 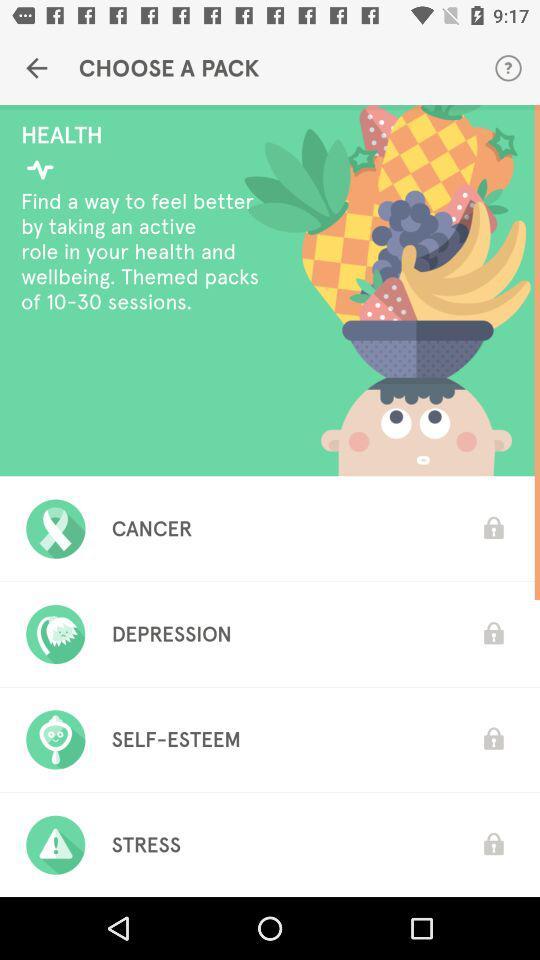 I want to click on find a way icon, so click(x=144, y=250).